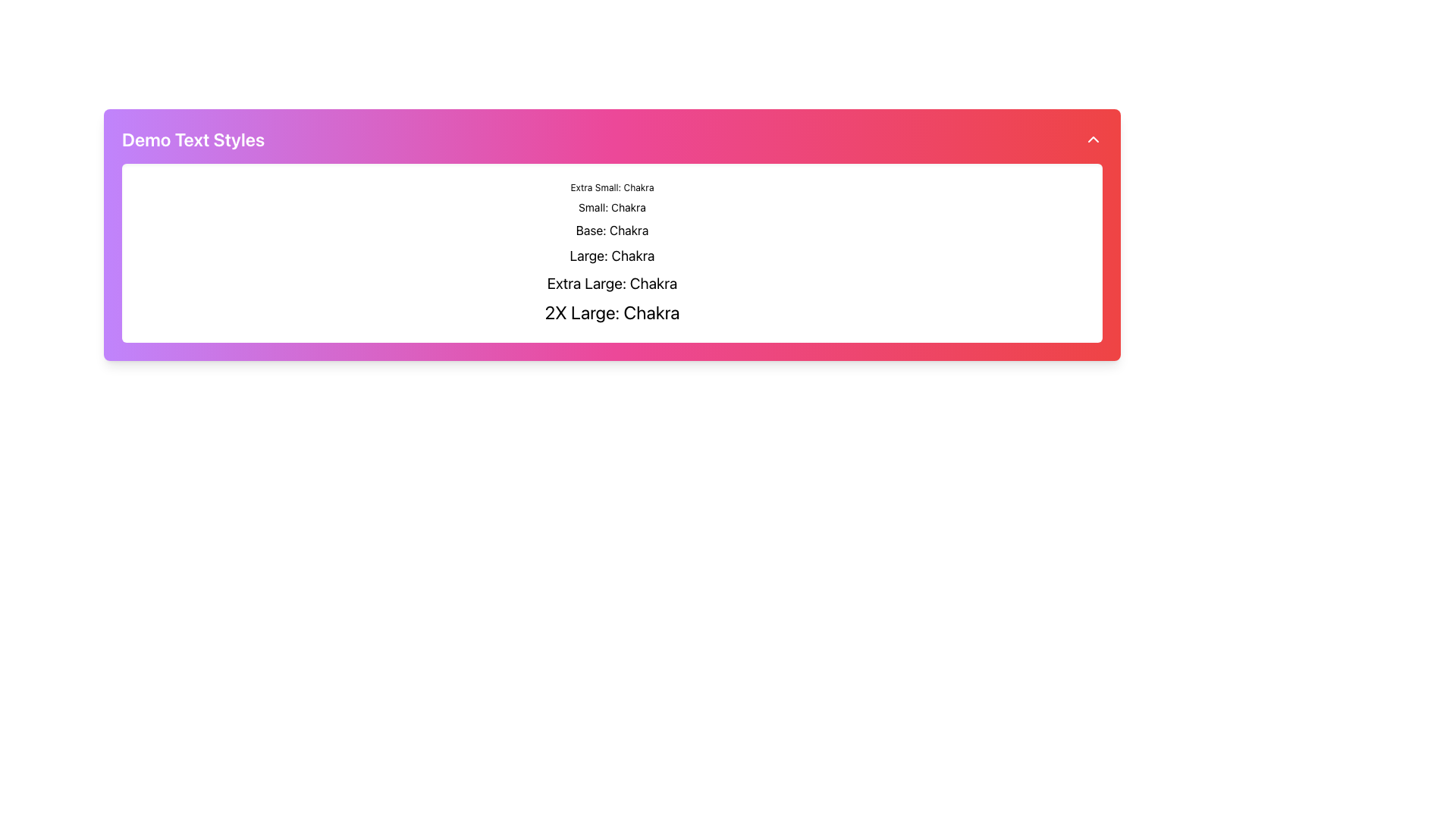 The width and height of the screenshot is (1456, 819). I want to click on the static text label displaying 'Small: Chakra' which is the second item in a vertical list of text descriptions used for previewing text size or style, so click(612, 207).